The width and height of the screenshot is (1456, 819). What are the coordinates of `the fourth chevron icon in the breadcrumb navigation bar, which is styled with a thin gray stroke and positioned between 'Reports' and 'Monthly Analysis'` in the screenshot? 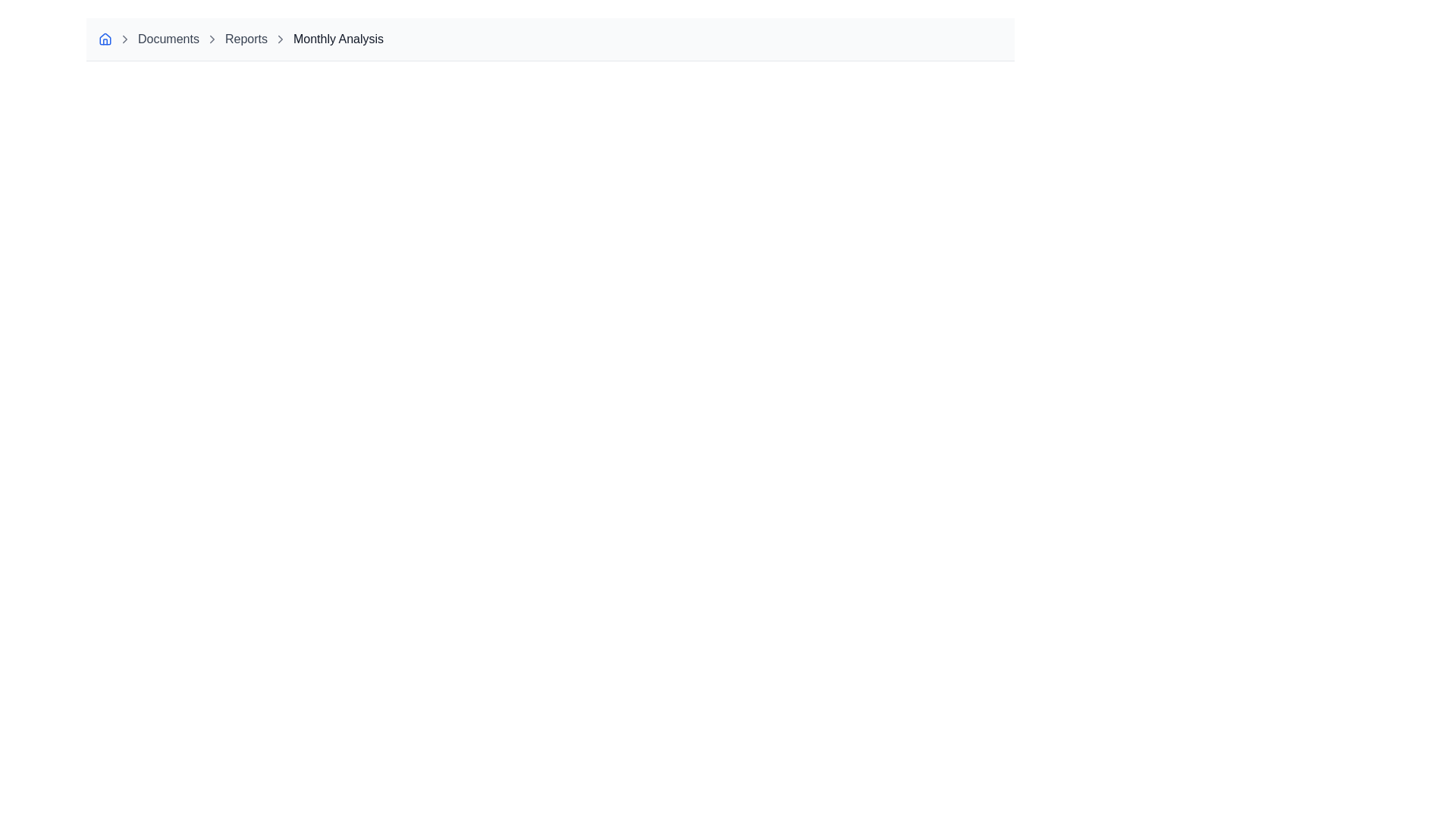 It's located at (280, 38).